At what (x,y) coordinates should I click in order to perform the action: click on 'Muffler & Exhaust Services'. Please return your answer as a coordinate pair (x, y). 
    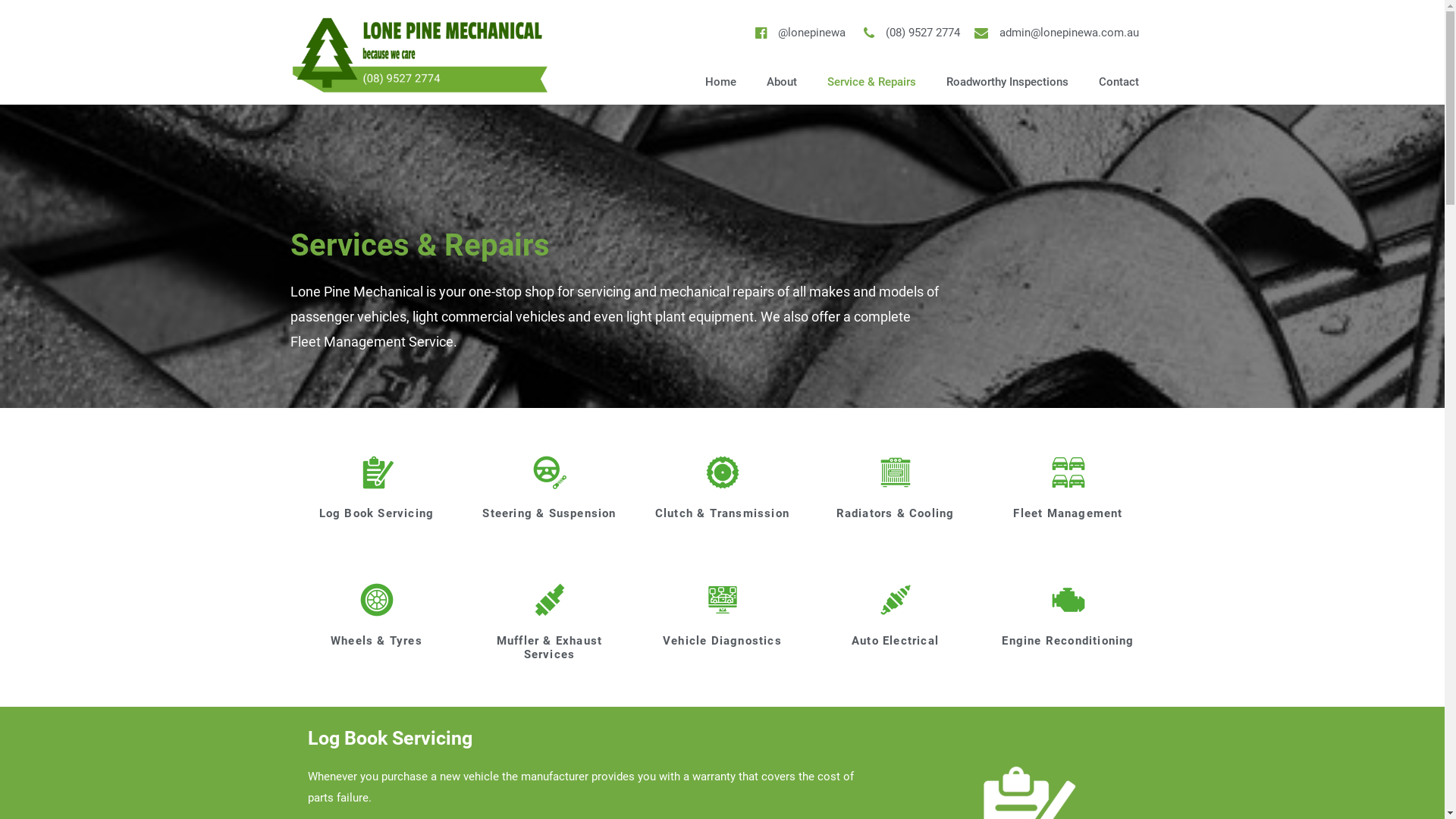
    Looking at the image, I should click on (548, 647).